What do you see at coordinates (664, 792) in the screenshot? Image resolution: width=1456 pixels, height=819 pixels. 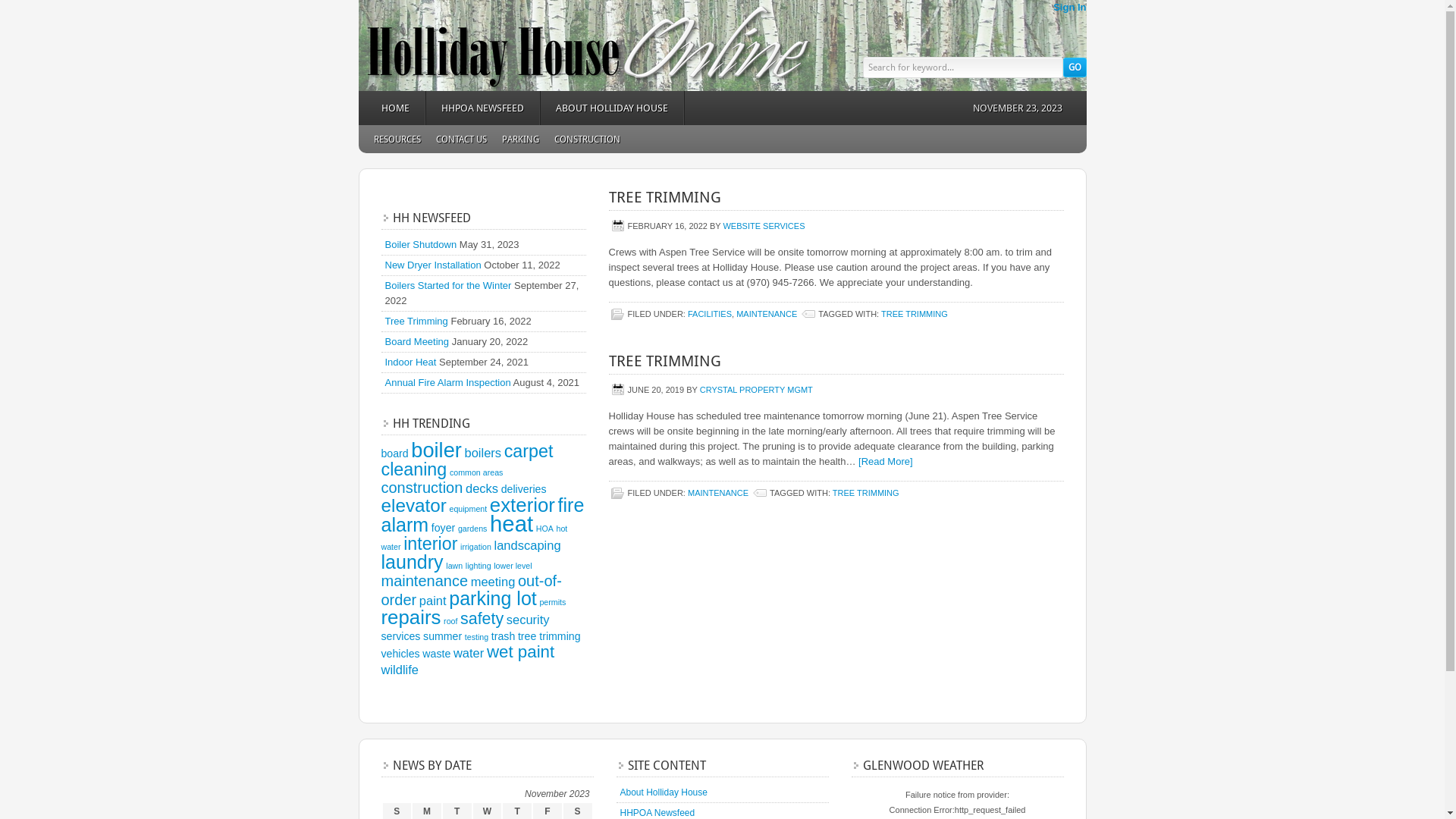 I see `'About Holliday House'` at bounding box center [664, 792].